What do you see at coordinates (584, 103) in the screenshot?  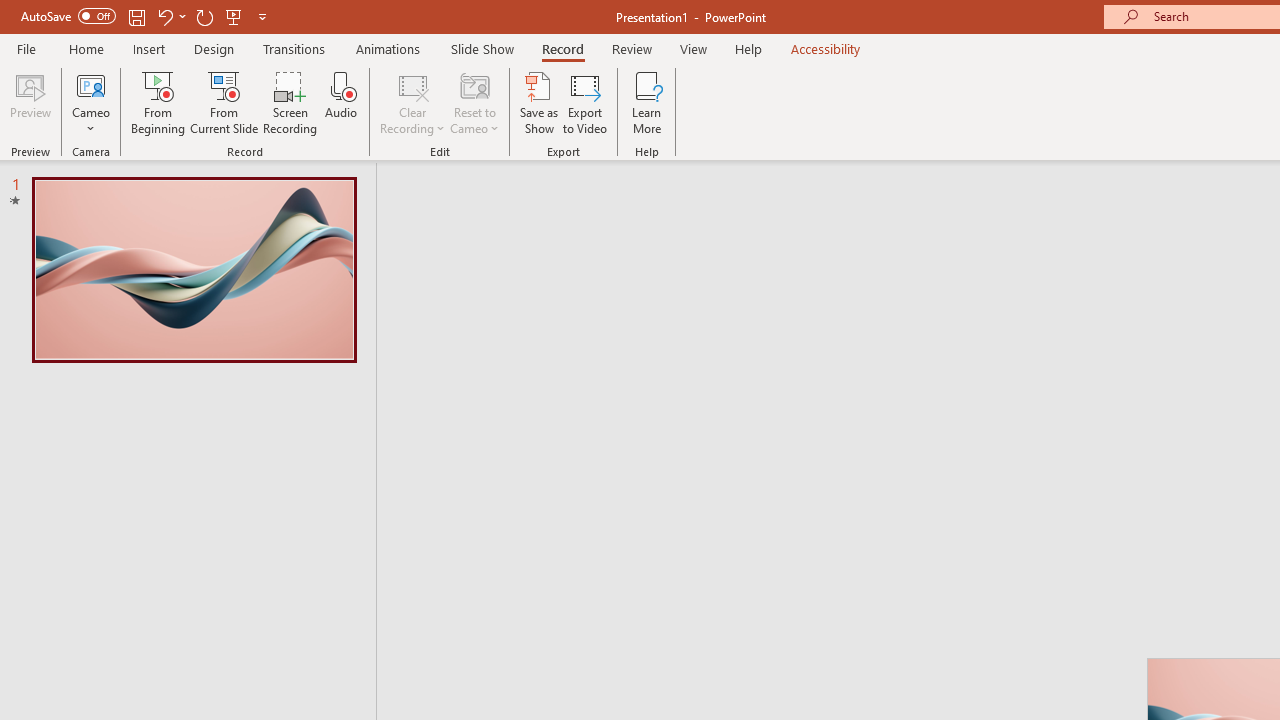 I see `'Export to Video'` at bounding box center [584, 103].